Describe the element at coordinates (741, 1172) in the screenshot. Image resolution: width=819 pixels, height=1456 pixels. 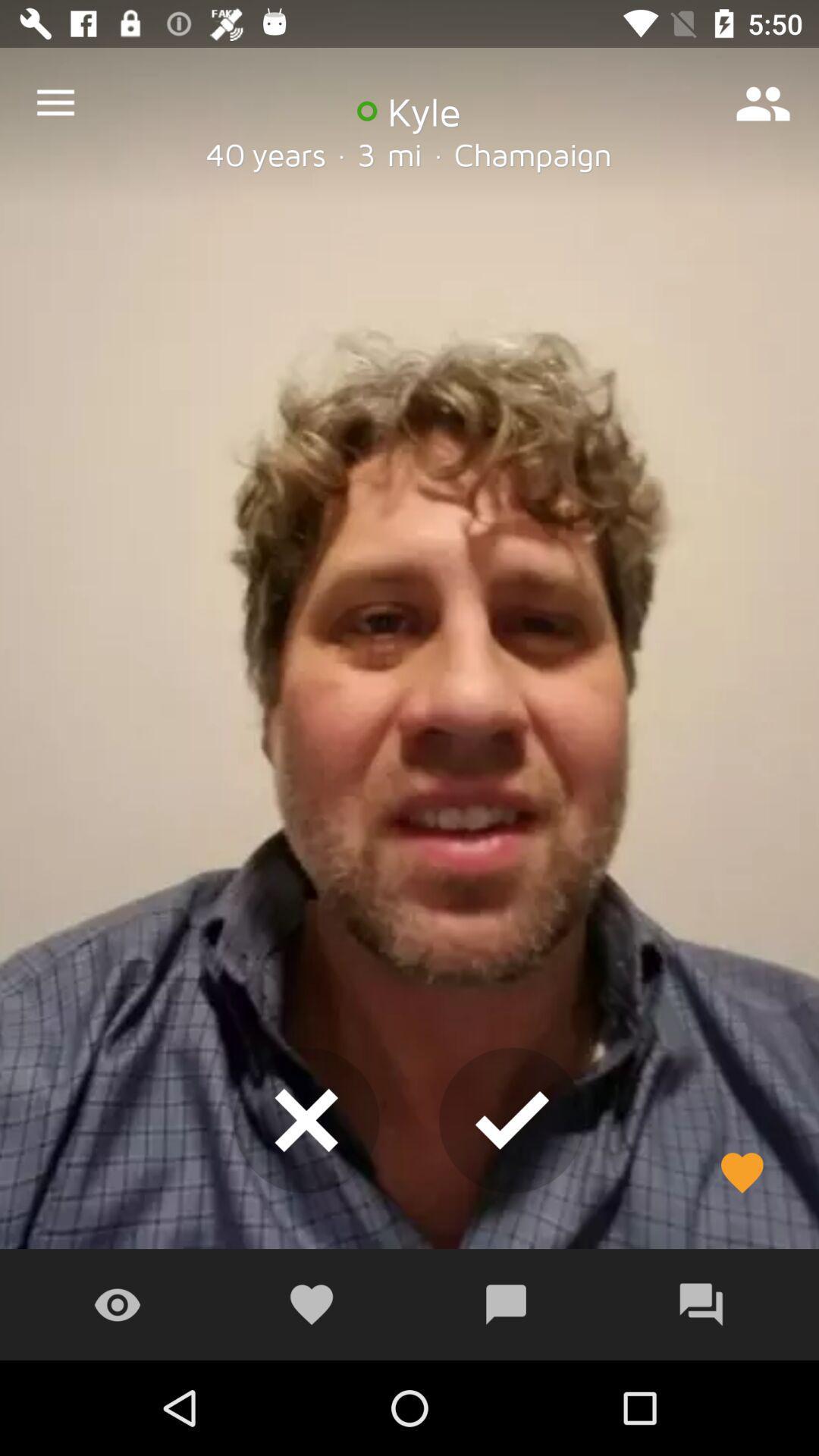
I see `the favorite icon` at that location.